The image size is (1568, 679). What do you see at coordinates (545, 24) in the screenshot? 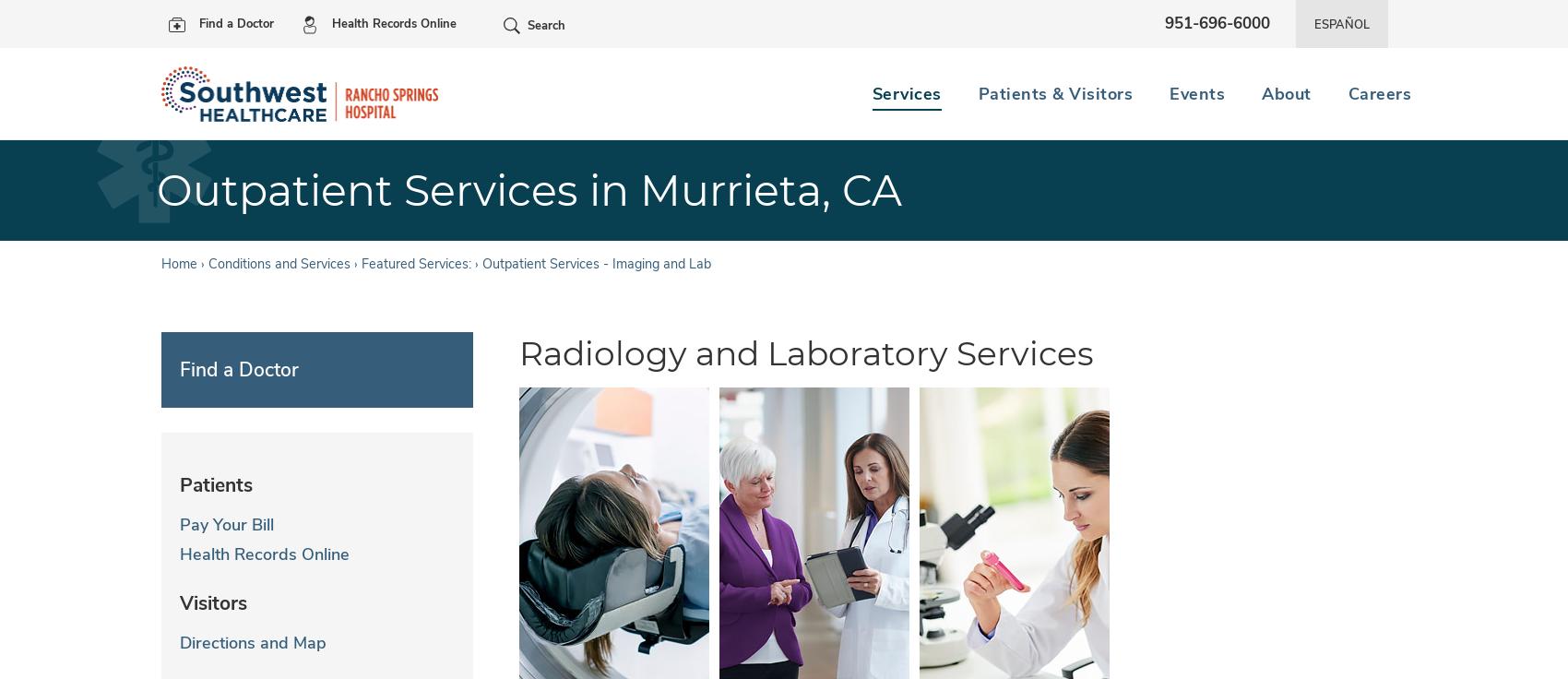
I see `'Search'` at bounding box center [545, 24].